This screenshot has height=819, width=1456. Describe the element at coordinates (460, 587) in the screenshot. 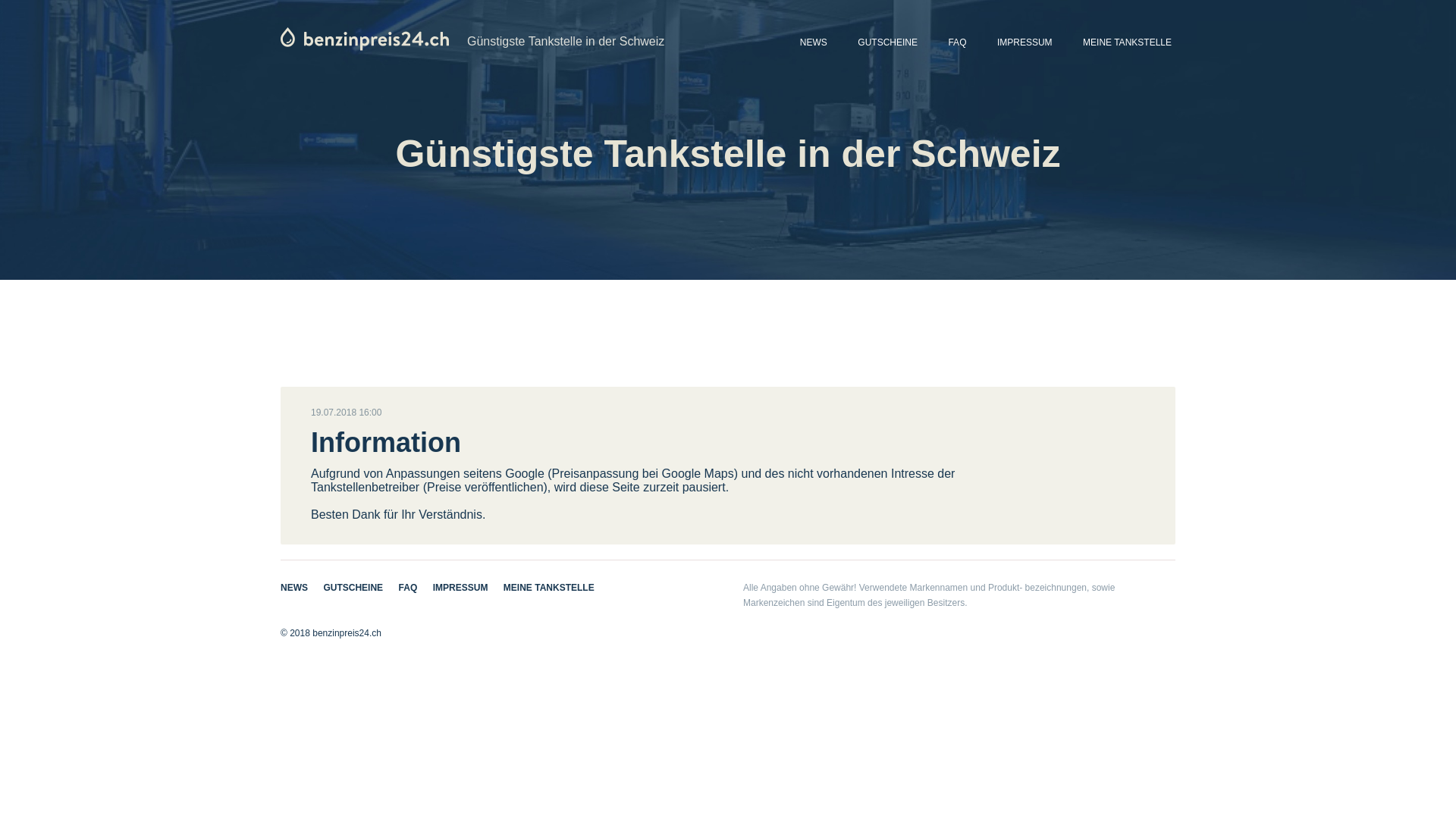

I see `'IMPRESSUM'` at that location.